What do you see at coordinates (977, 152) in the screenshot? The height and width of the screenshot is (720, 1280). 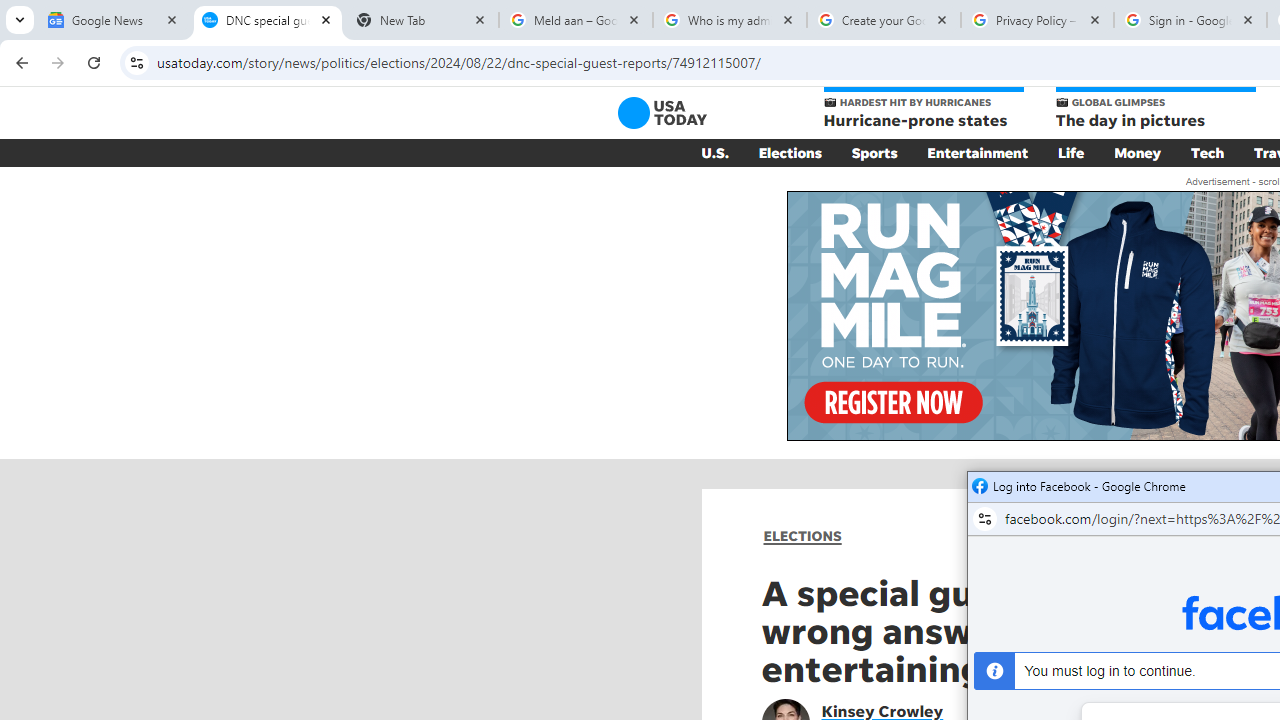 I see `'Entertainment'` at bounding box center [977, 152].